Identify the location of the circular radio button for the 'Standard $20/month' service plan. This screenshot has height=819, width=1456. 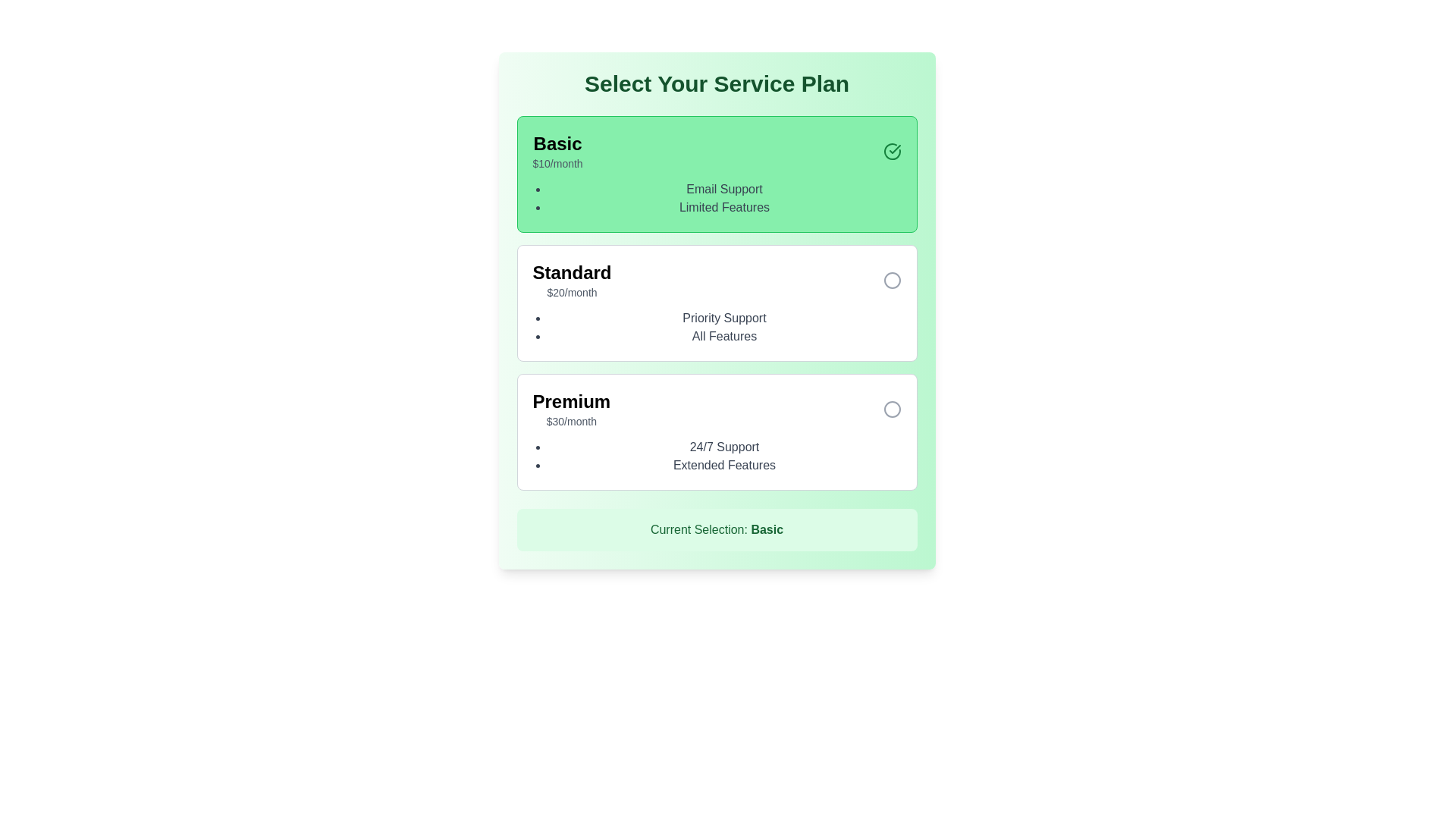
(892, 281).